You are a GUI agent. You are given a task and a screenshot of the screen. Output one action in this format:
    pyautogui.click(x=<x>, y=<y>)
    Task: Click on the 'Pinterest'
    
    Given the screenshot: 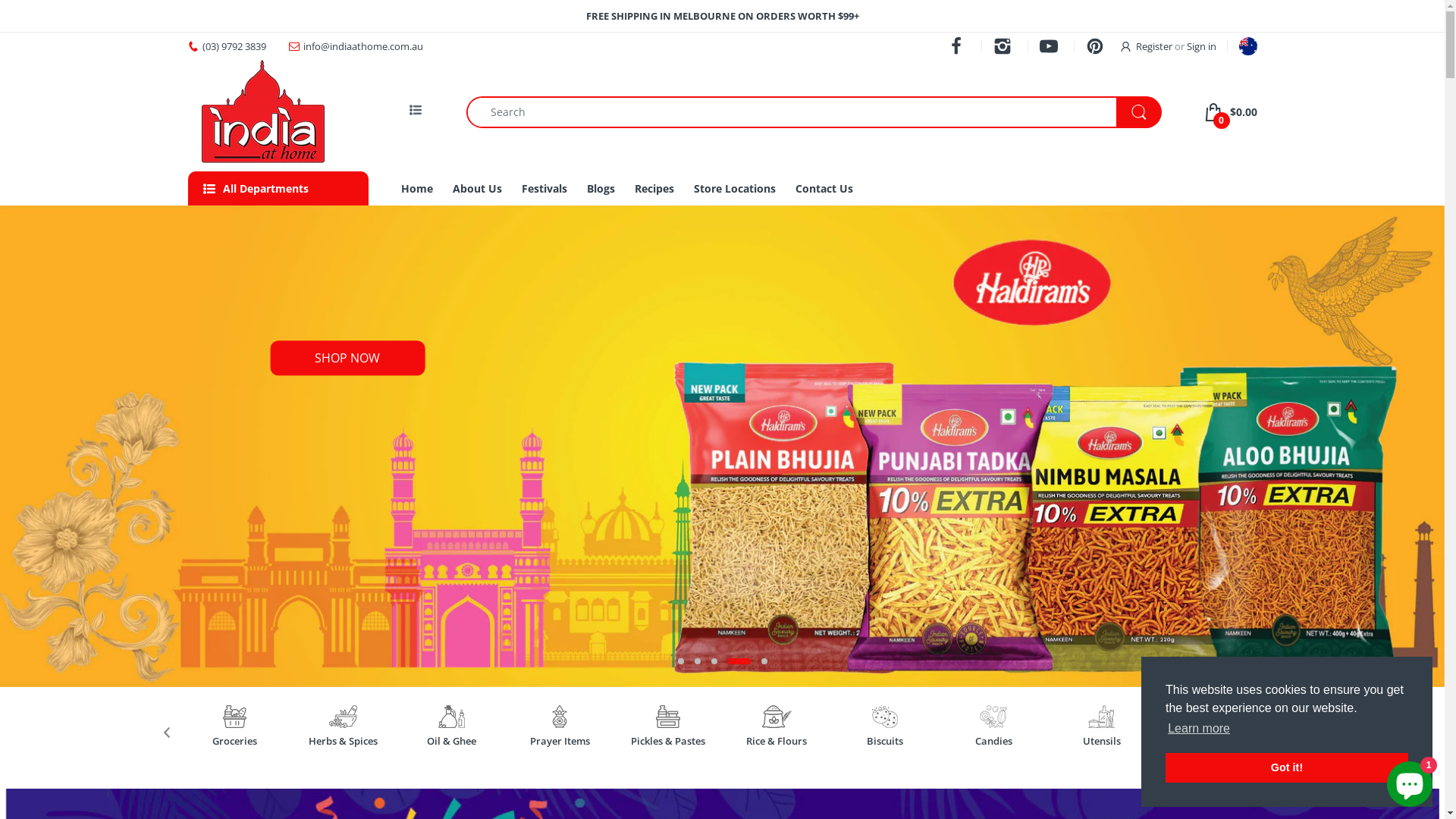 What is the action you would take?
    pyautogui.click(x=1097, y=45)
    